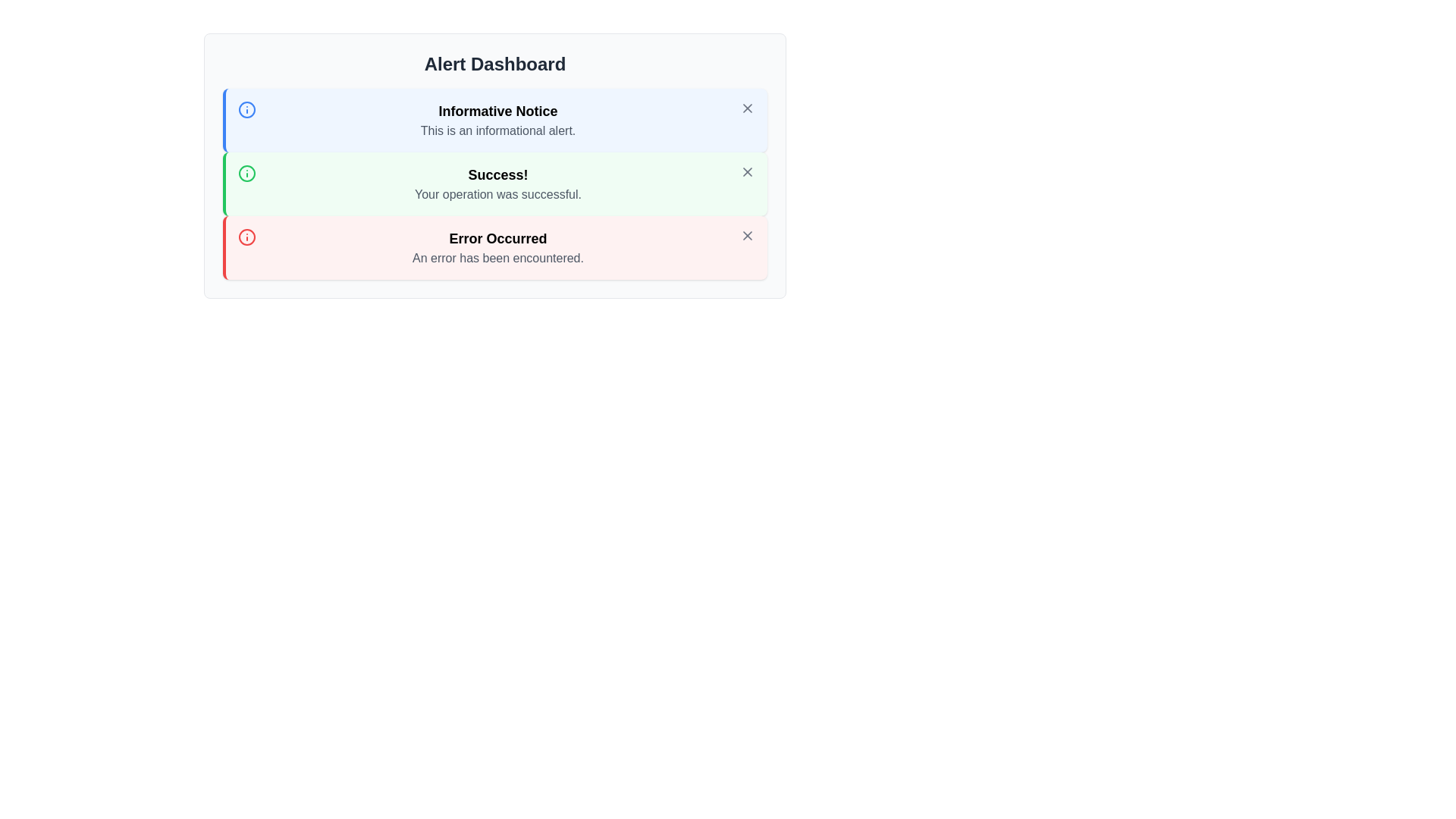 The width and height of the screenshot is (1456, 819). I want to click on the diagonal line of the close icon located in the center-right portion of the alert box that contains the text 'Success! Your operation was successful.', so click(747, 171).